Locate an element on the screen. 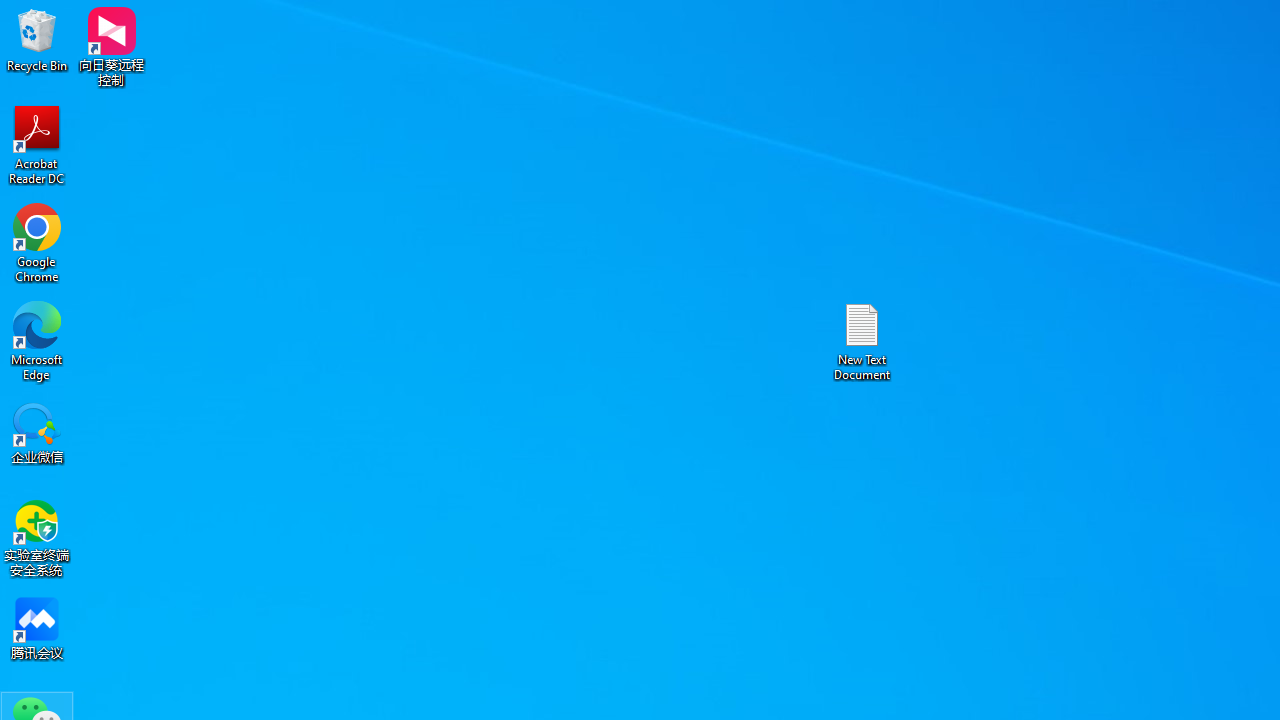 This screenshot has width=1280, height=720. 'Google Chrome' is located at coordinates (37, 242).